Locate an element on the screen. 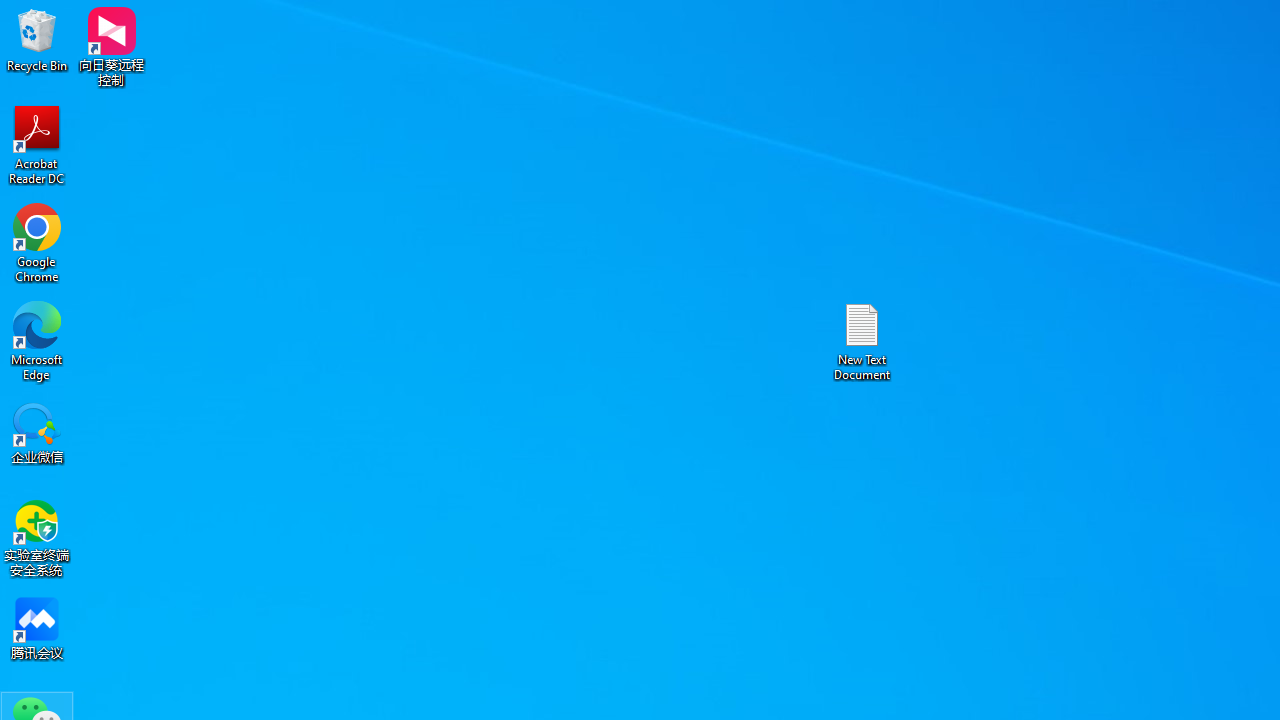 This screenshot has width=1280, height=720. 'Google Chrome' is located at coordinates (37, 242).